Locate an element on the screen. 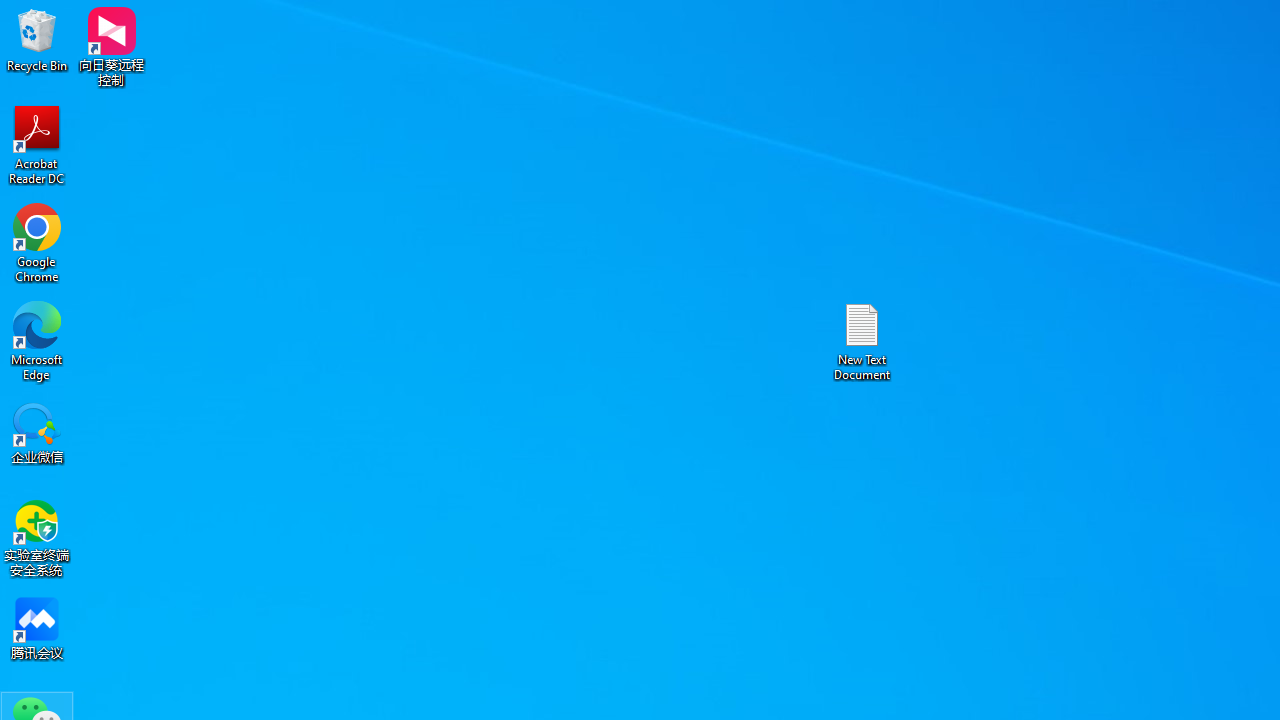 This screenshot has width=1280, height=720. 'Google Chrome' is located at coordinates (37, 242).